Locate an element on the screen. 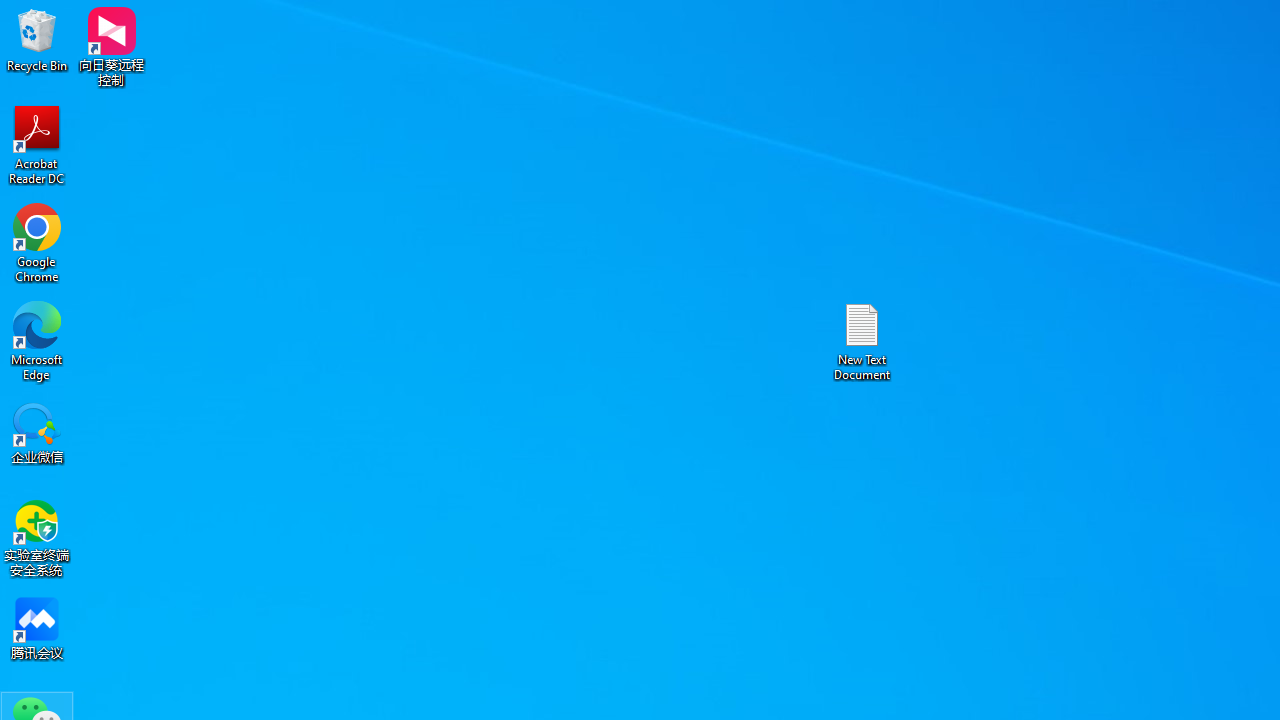 This screenshot has width=1280, height=720. 'Google Chrome' is located at coordinates (37, 242).